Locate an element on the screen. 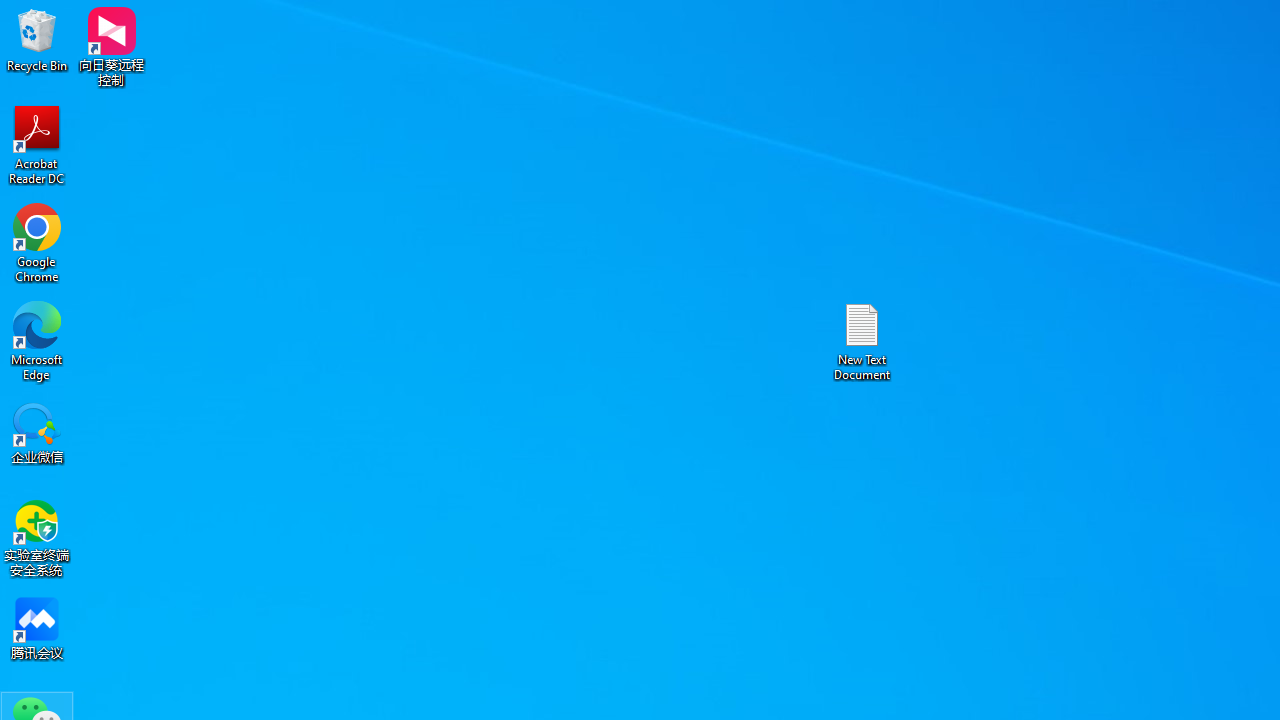 This screenshot has width=1280, height=720. 'Google Chrome' is located at coordinates (37, 242).